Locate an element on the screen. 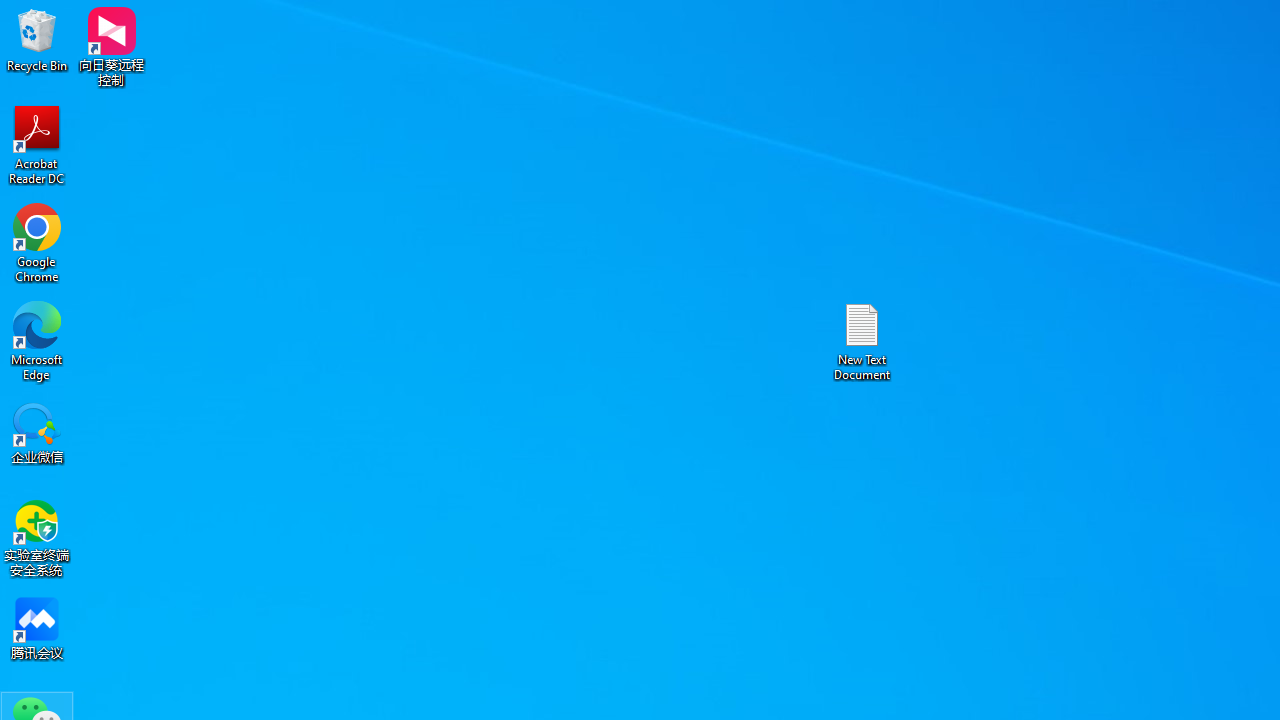 This screenshot has width=1280, height=720. 'Google Chrome' is located at coordinates (37, 242).